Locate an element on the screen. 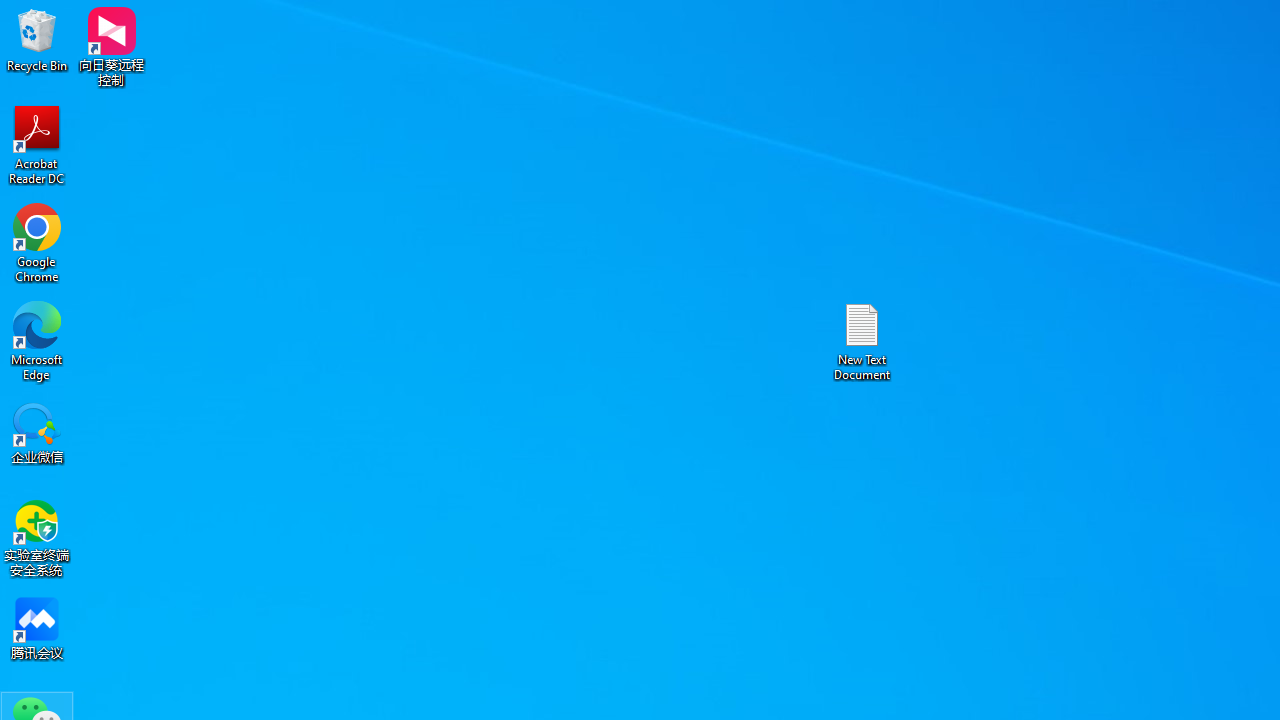 This screenshot has width=1280, height=720. 'Google Chrome' is located at coordinates (37, 242).